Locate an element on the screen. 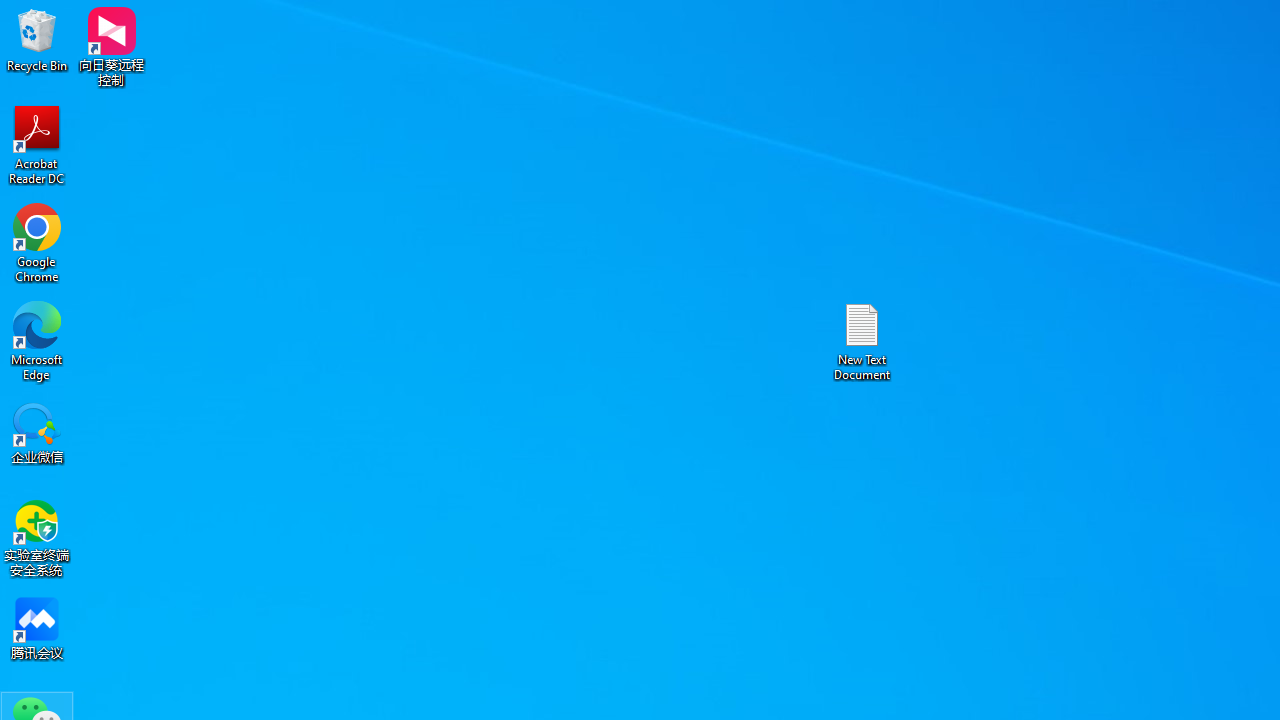 This screenshot has width=1280, height=720. 'Google Chrome' is located at coordinates (37, 242).